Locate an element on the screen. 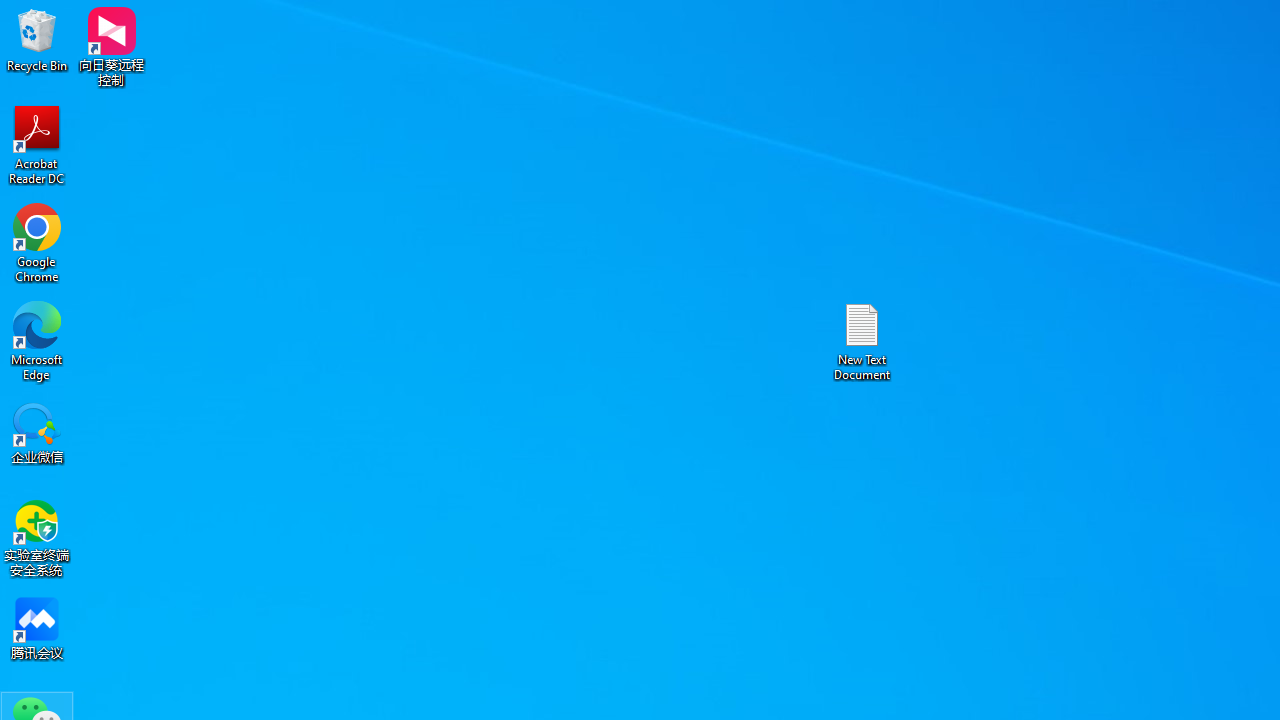 This screenshot has width=1280, height=720. 'Google Chrome' is located at coordinates (37, 242).